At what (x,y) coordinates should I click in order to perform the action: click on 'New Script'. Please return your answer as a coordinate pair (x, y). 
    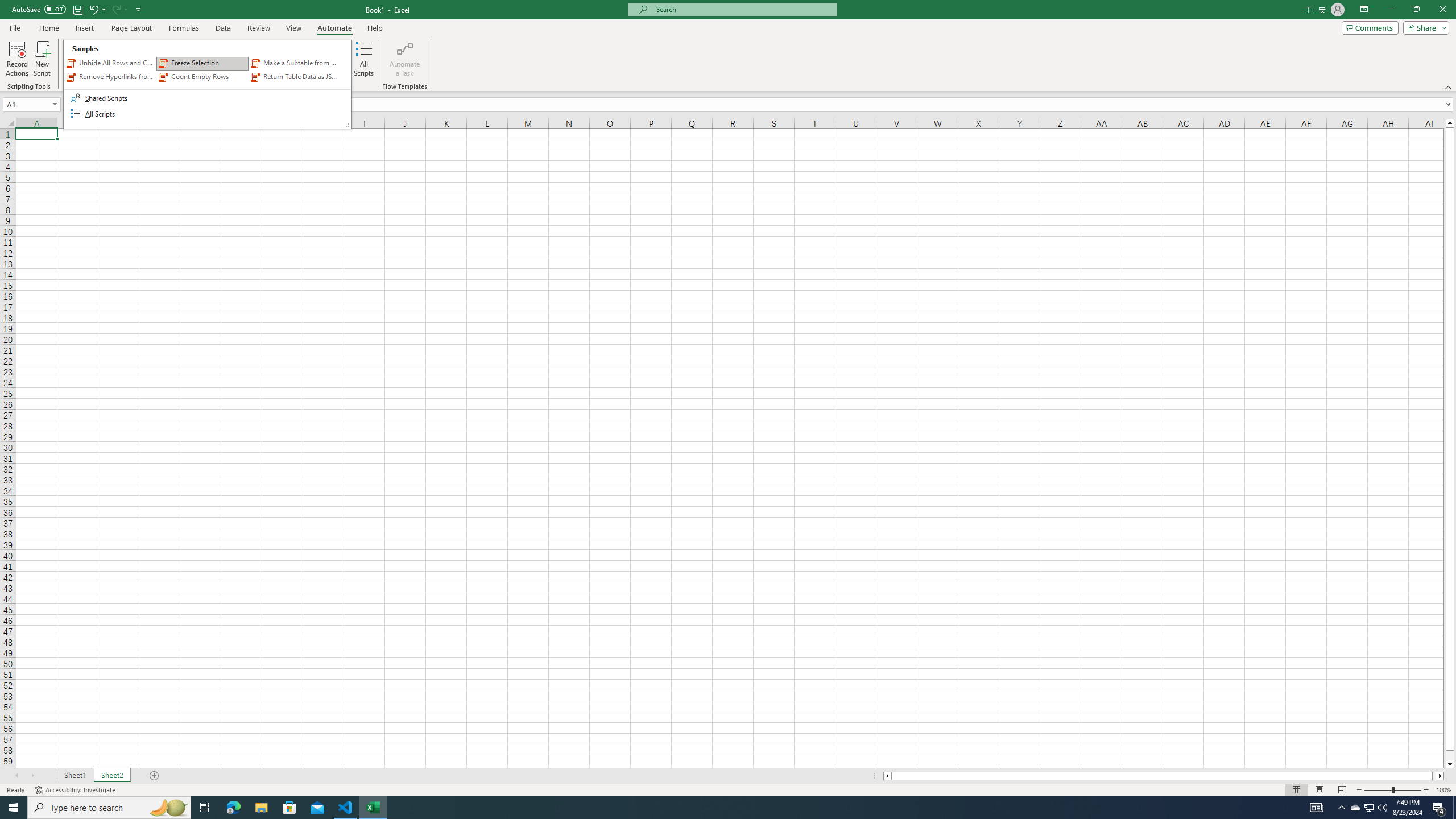
    Looking at the image, I should click on (42, 59).